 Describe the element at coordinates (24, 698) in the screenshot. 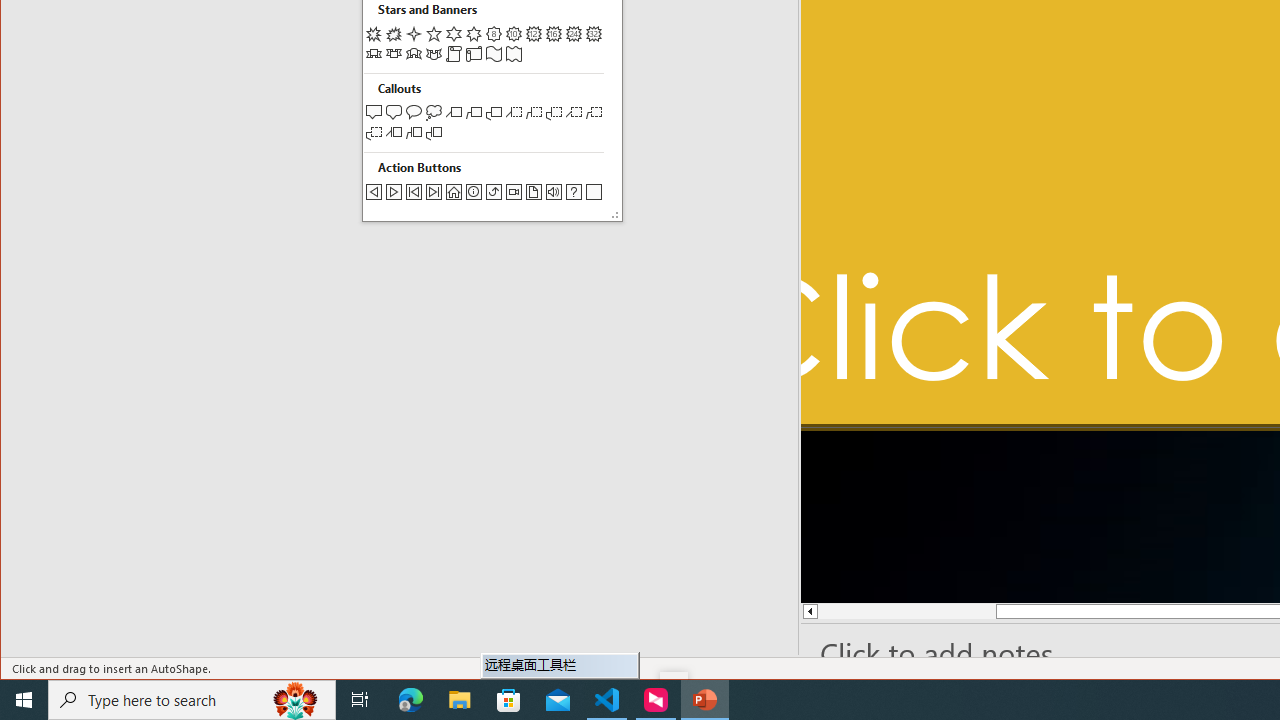

I see `'Start'` at that location.